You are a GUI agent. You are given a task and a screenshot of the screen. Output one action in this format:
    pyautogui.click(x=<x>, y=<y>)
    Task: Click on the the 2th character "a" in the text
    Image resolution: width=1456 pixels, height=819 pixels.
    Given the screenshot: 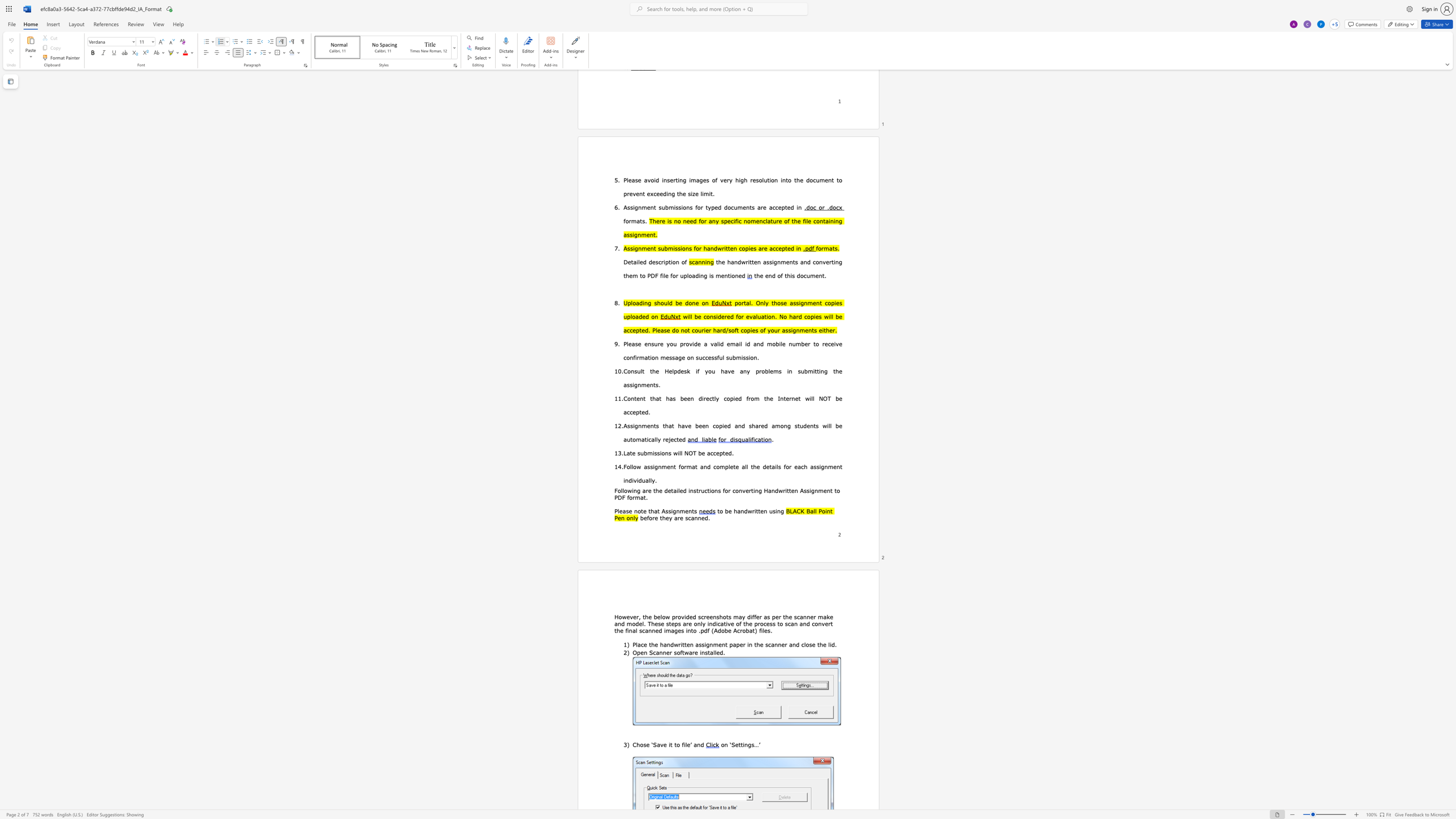 What is the action you would take?
    pyautogui.click(x=655, y=511)
    